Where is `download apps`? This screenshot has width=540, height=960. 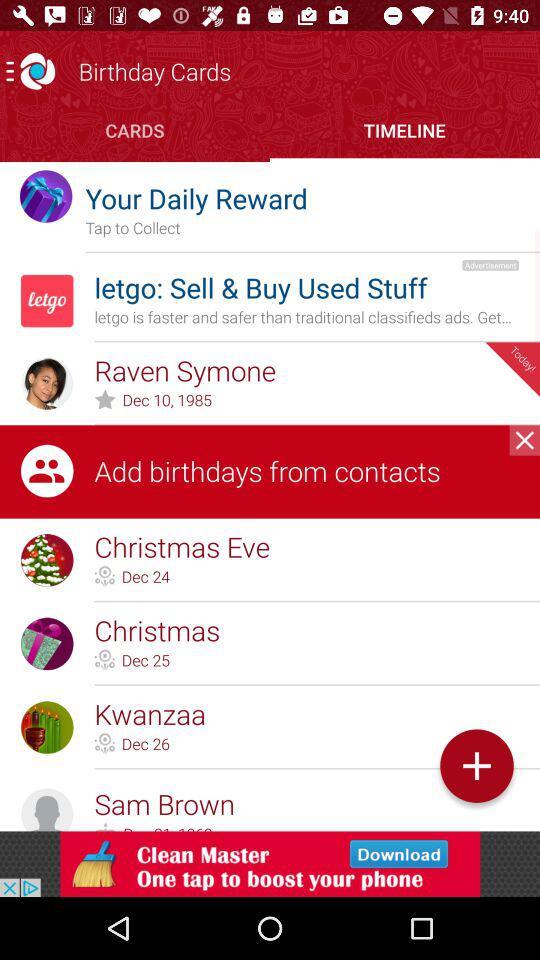 download apps is located at coordinates (270, 863).